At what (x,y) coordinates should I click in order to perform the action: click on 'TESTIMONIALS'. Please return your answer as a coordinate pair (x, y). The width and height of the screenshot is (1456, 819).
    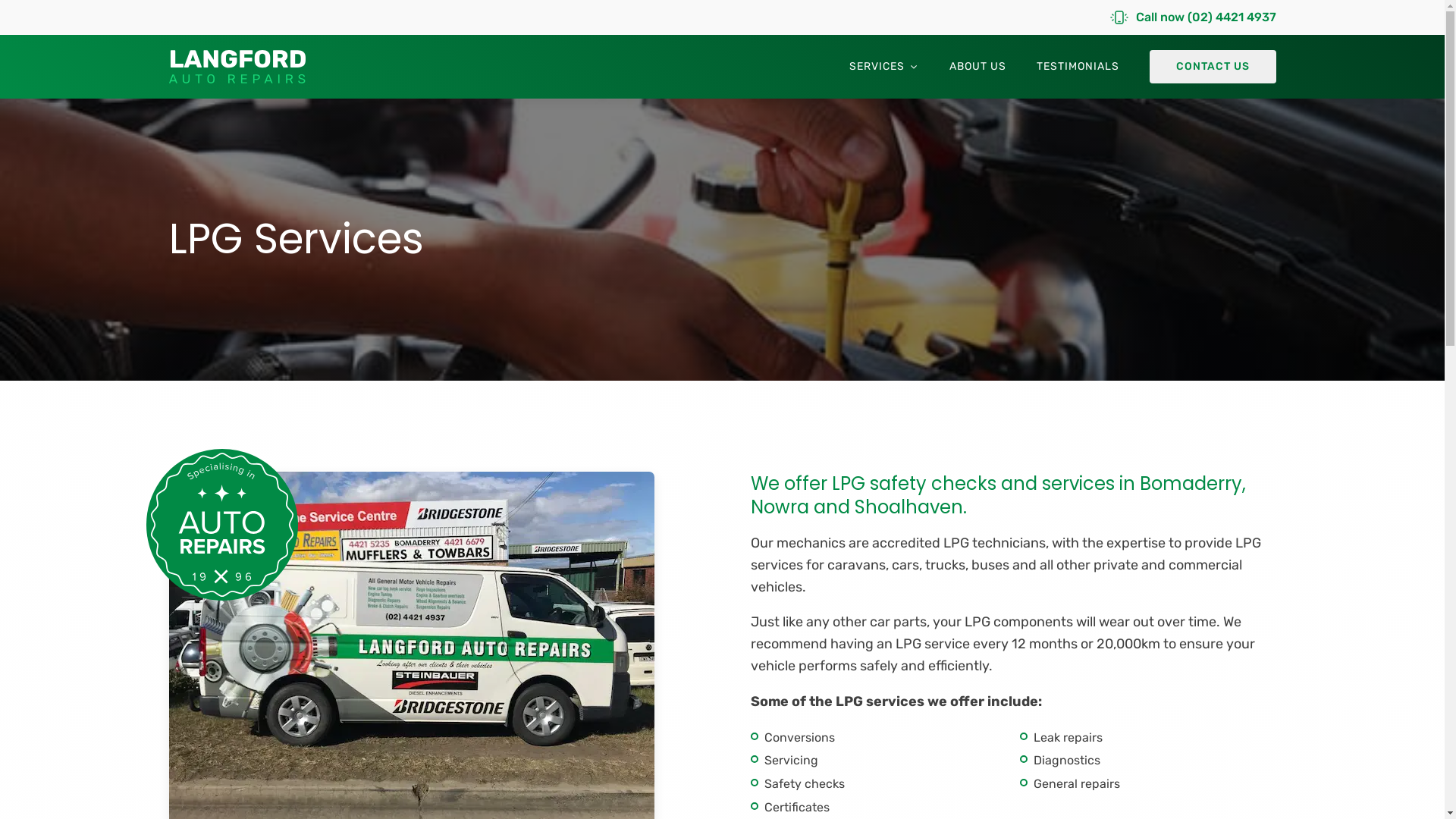
    Looking at the image, I should click on (1076, 66).